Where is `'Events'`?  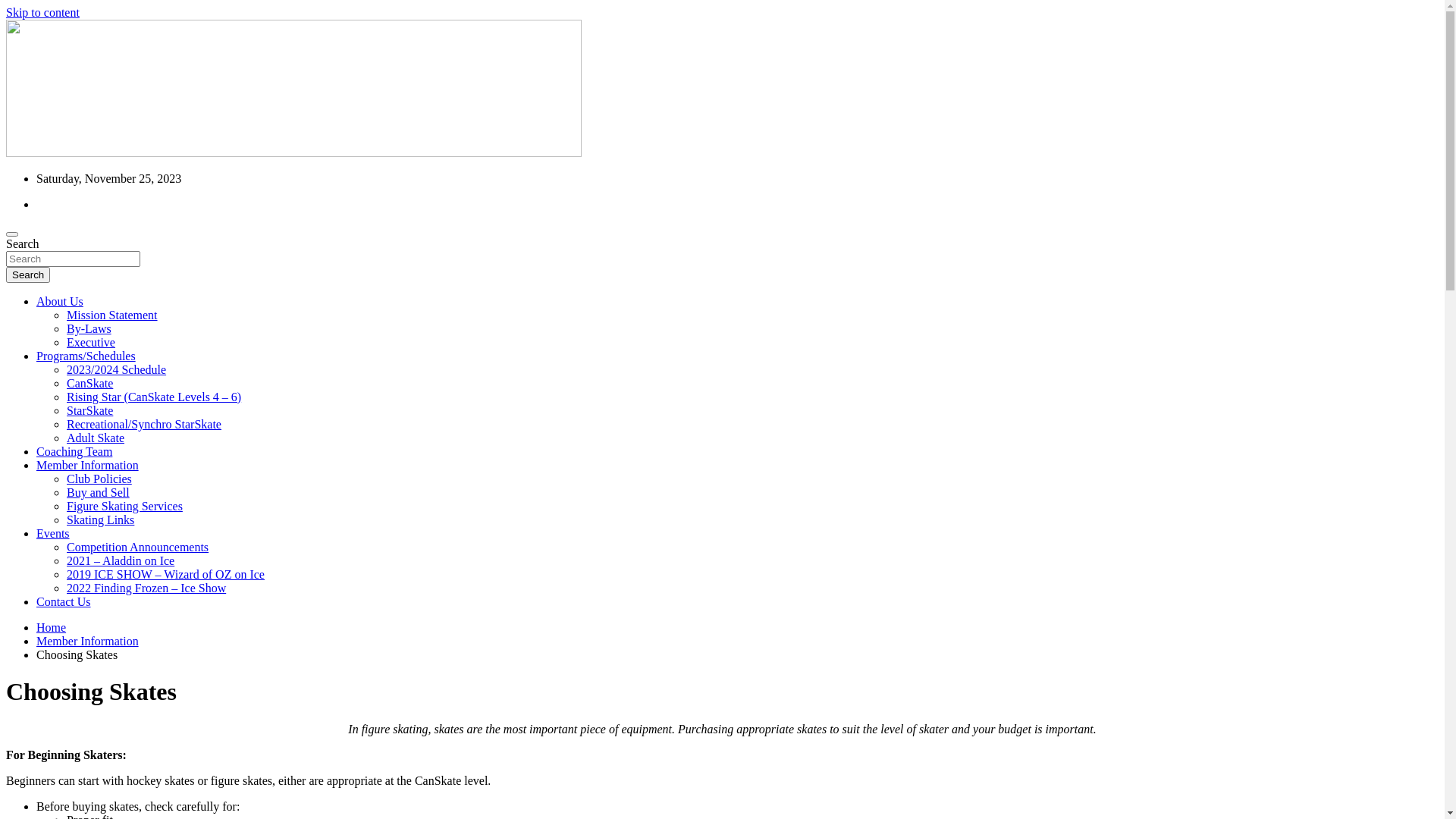 'Events' is located at coordinates (53, 532).